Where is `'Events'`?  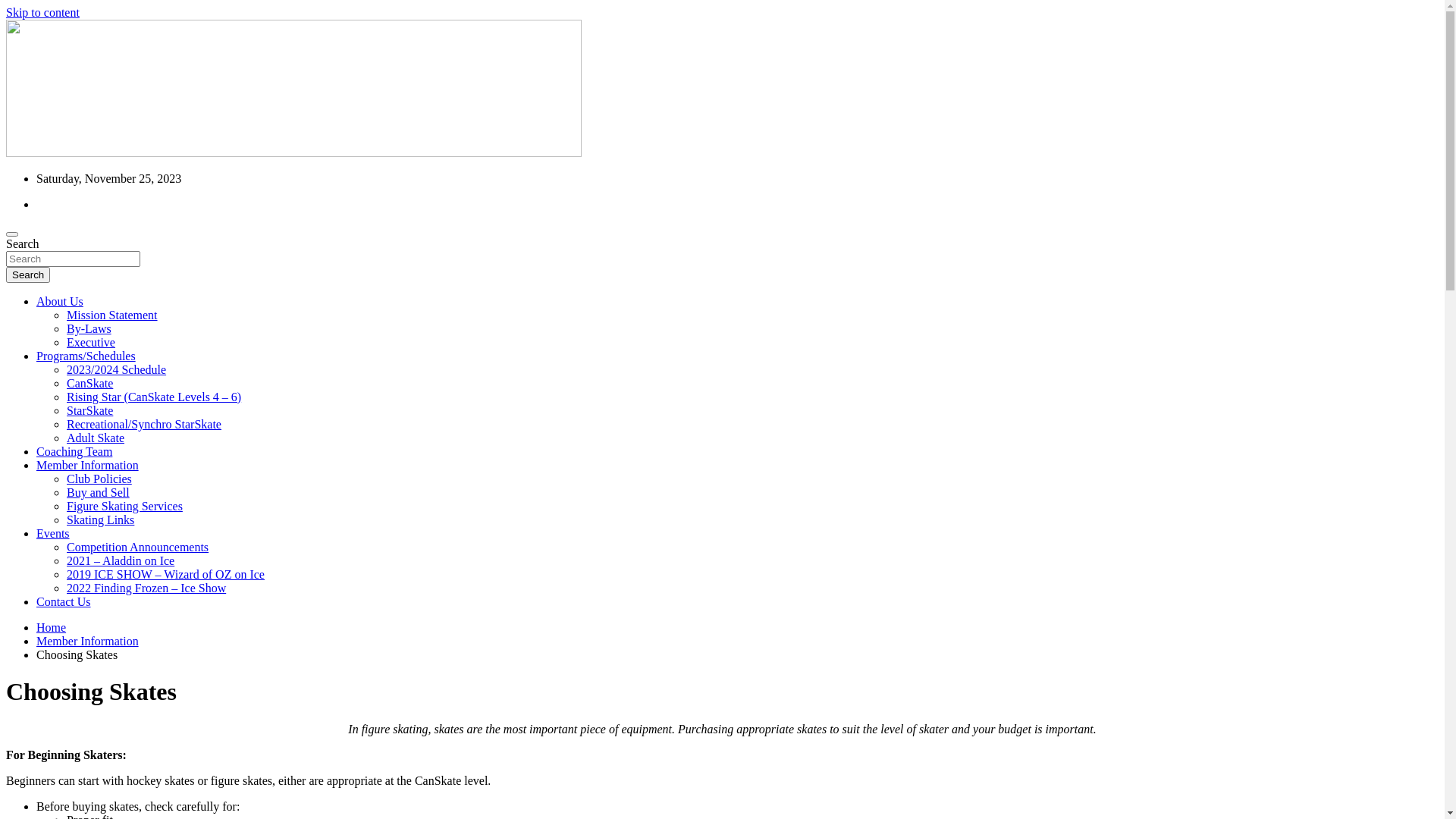 'Events' is located at coordinates (53, 532).